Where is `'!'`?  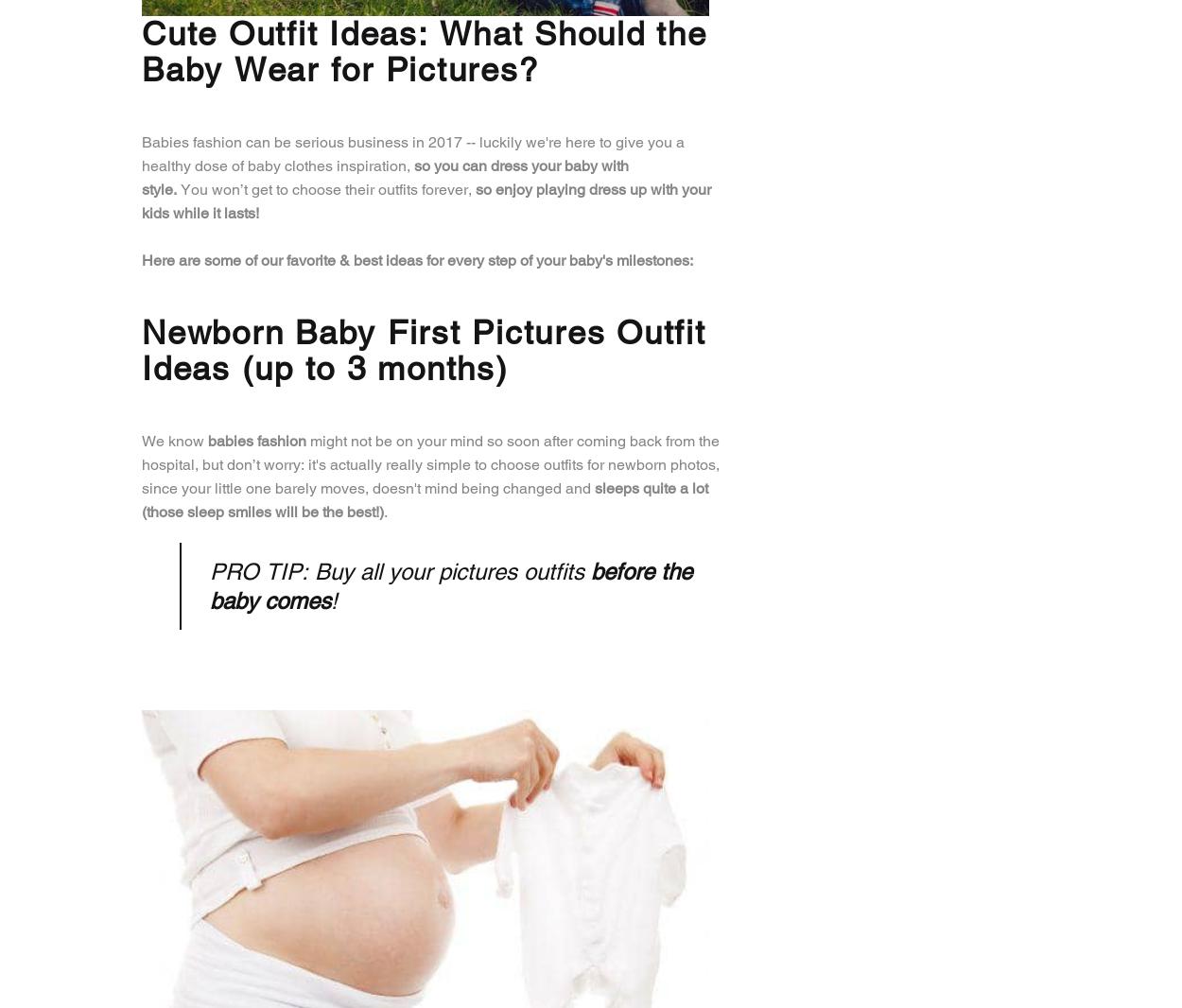 '!' is located at coordinates (333, 599).